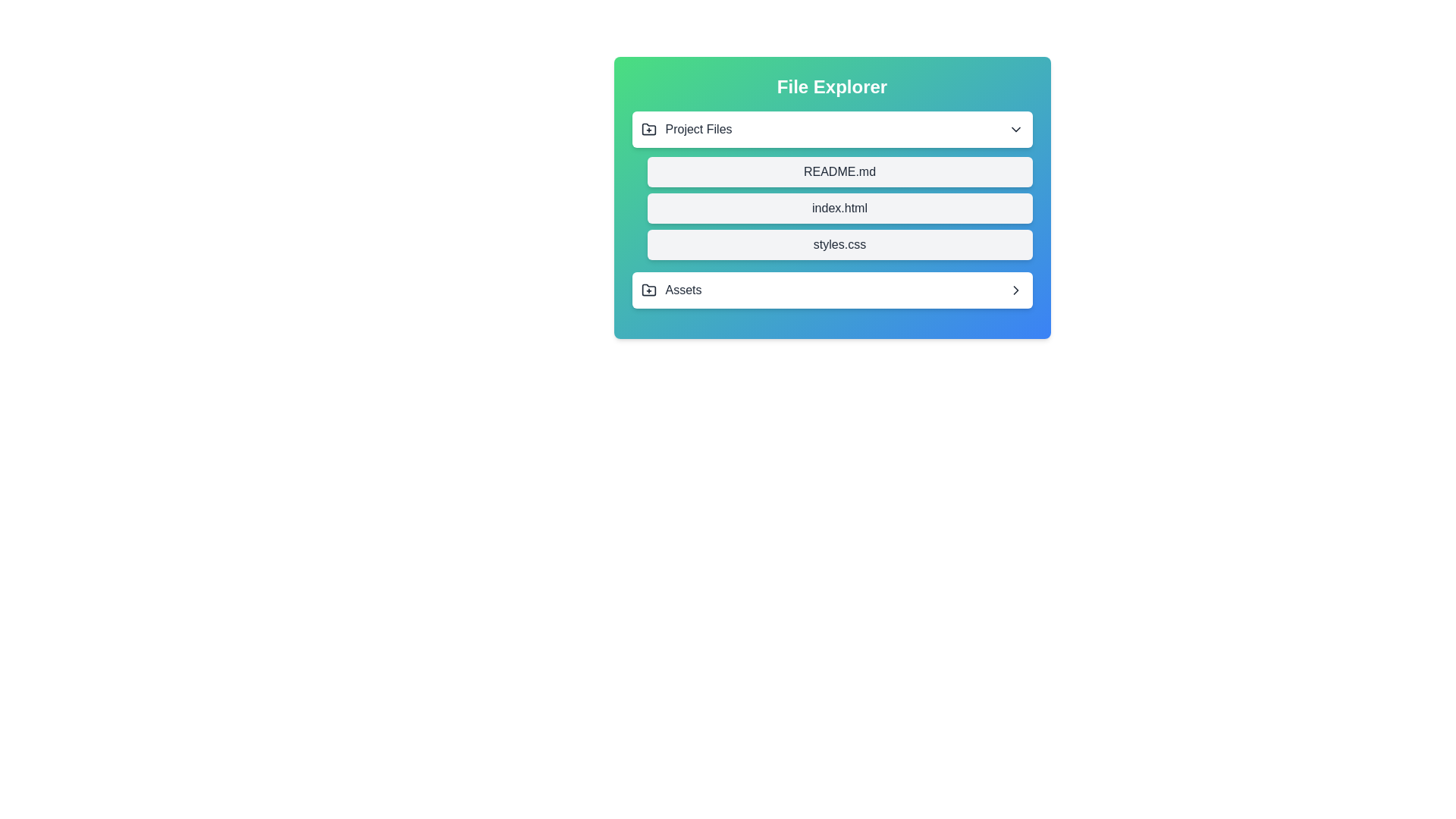 The image size is (1456, 819). What do you see at coordinates (839, 244) in the screenshot?
I see `the button representing the 'styles.css' file located below the 'README.md' and 'index.html' buttons in the 'File Explorer' section` at bounding box center [839, 244].